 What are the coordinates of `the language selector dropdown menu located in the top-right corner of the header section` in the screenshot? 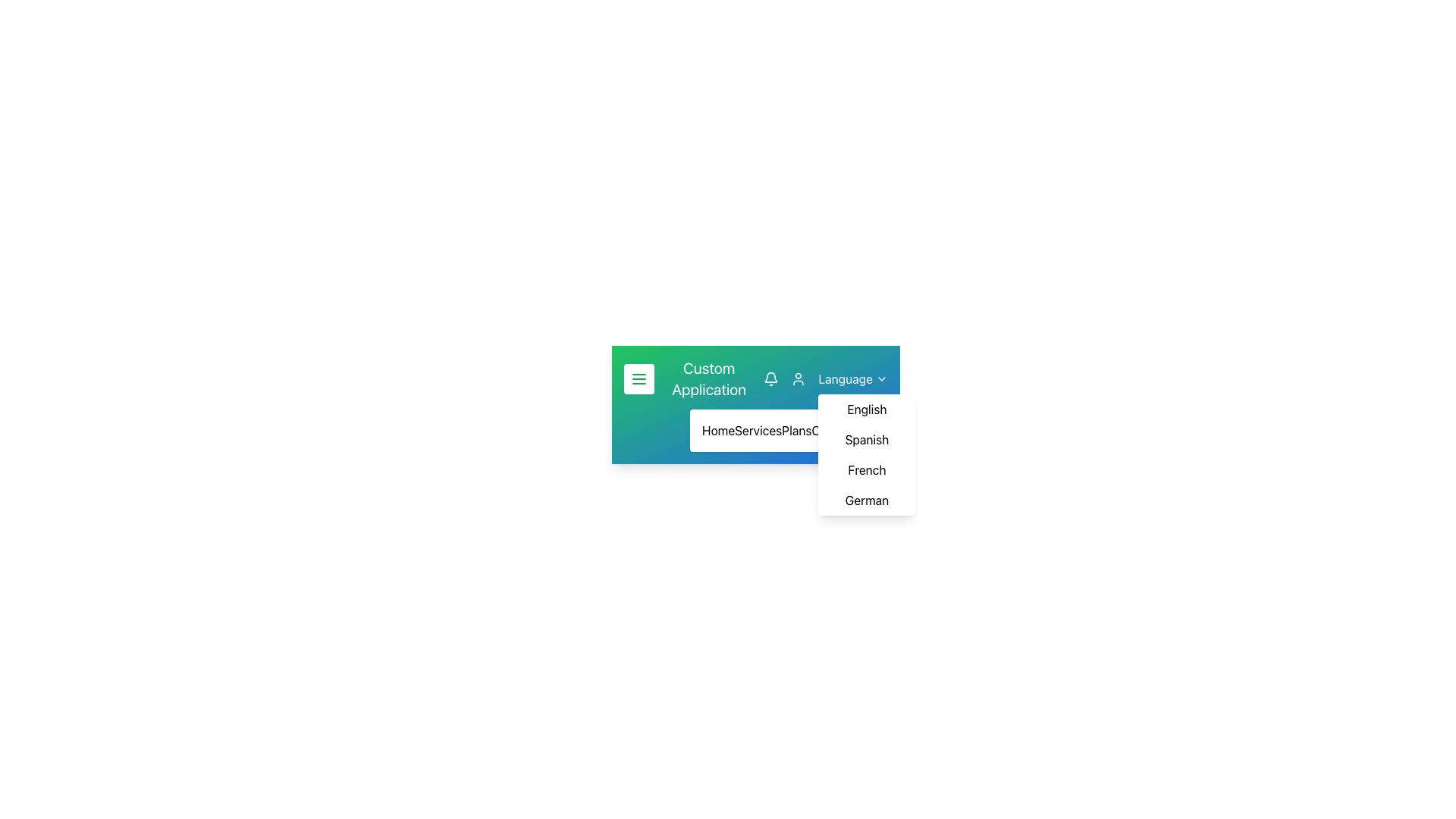 It's located at (825, 378).